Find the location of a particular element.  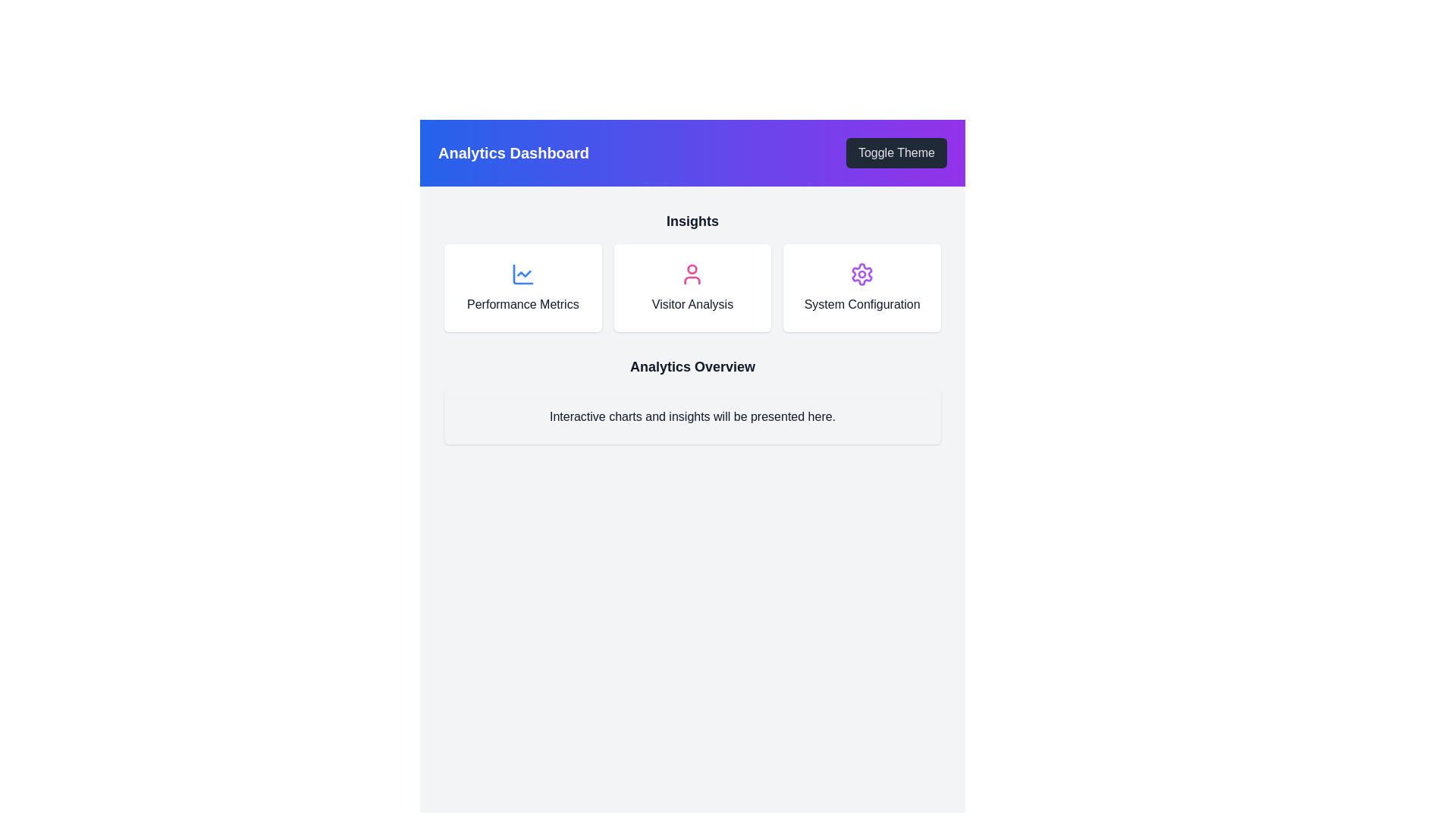

text label 'Analytics Overview' which is a bold header positioned centrally beneath the cards in the 'Insights' section is located at coordinates (692, 366).